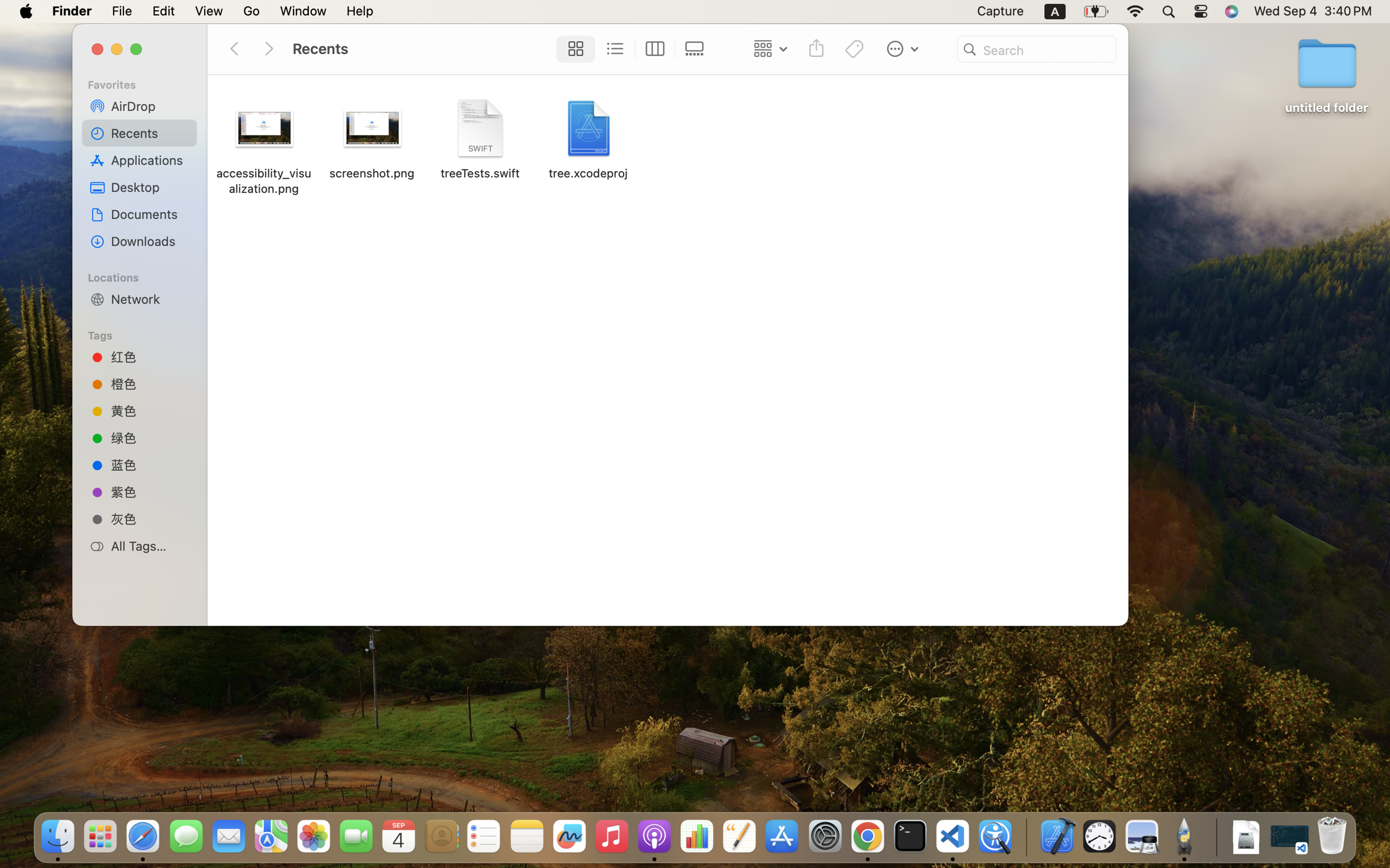 This screenshot has width=1390, height=868. Describe the element at coordinates (149, 214) in the screenshot. I see `'Documents'` at that location.